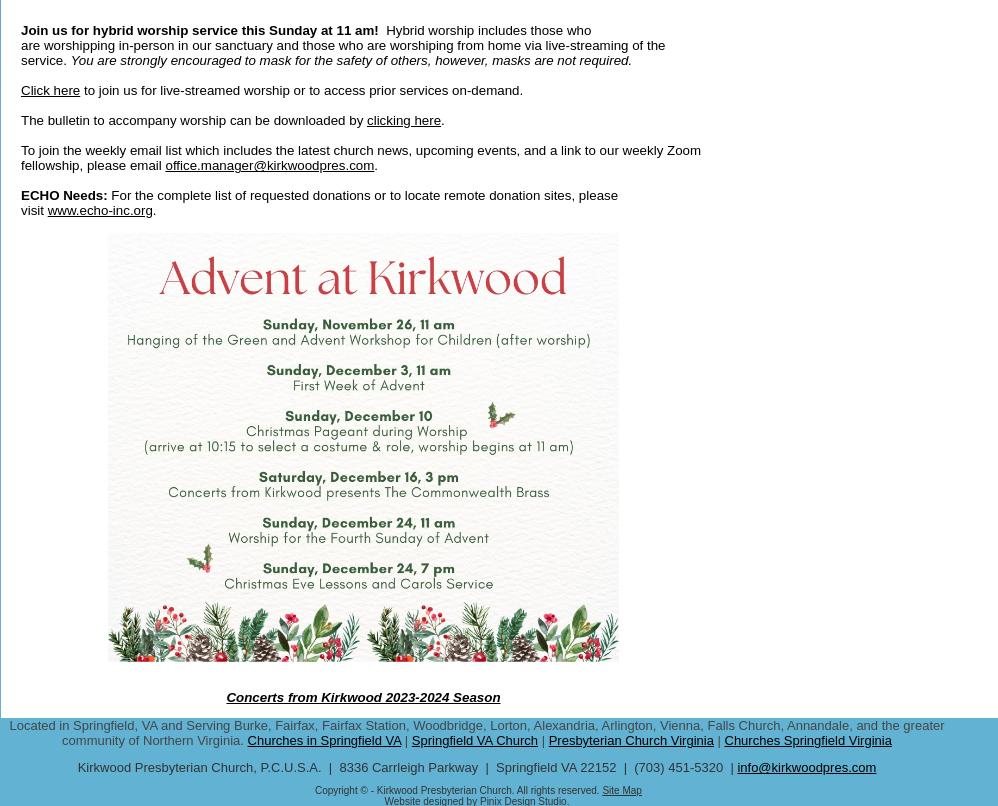 Image resolution: width=998 pixels, height=806 pixels. I want to click on 'Springfield VA Church', so click(473, 739).